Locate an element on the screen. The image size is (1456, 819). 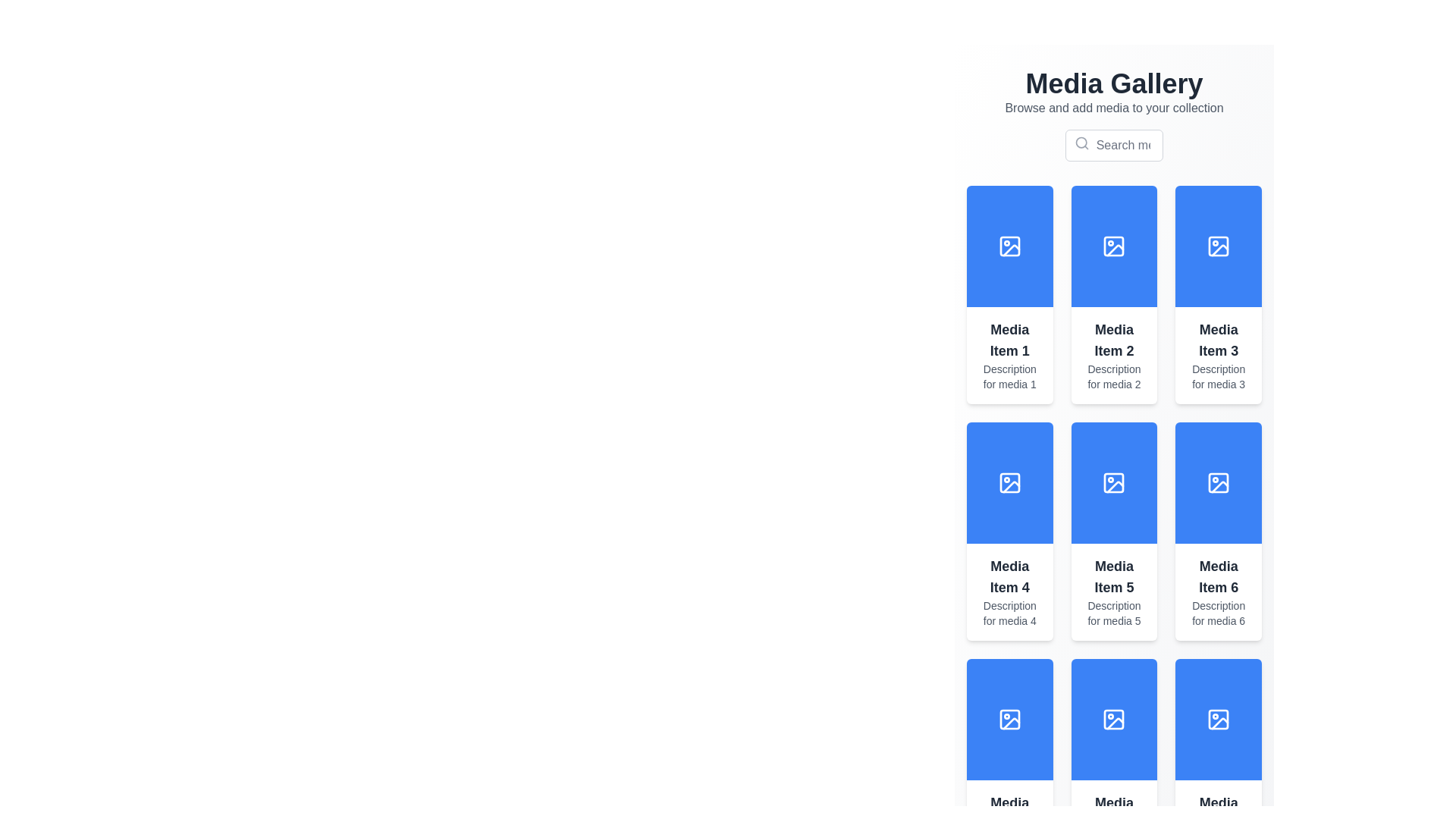
the text input field with a search icon and placeholder text 'Search m' located below the 'Media Gallery' heading is located at coordinates (1114, 146).